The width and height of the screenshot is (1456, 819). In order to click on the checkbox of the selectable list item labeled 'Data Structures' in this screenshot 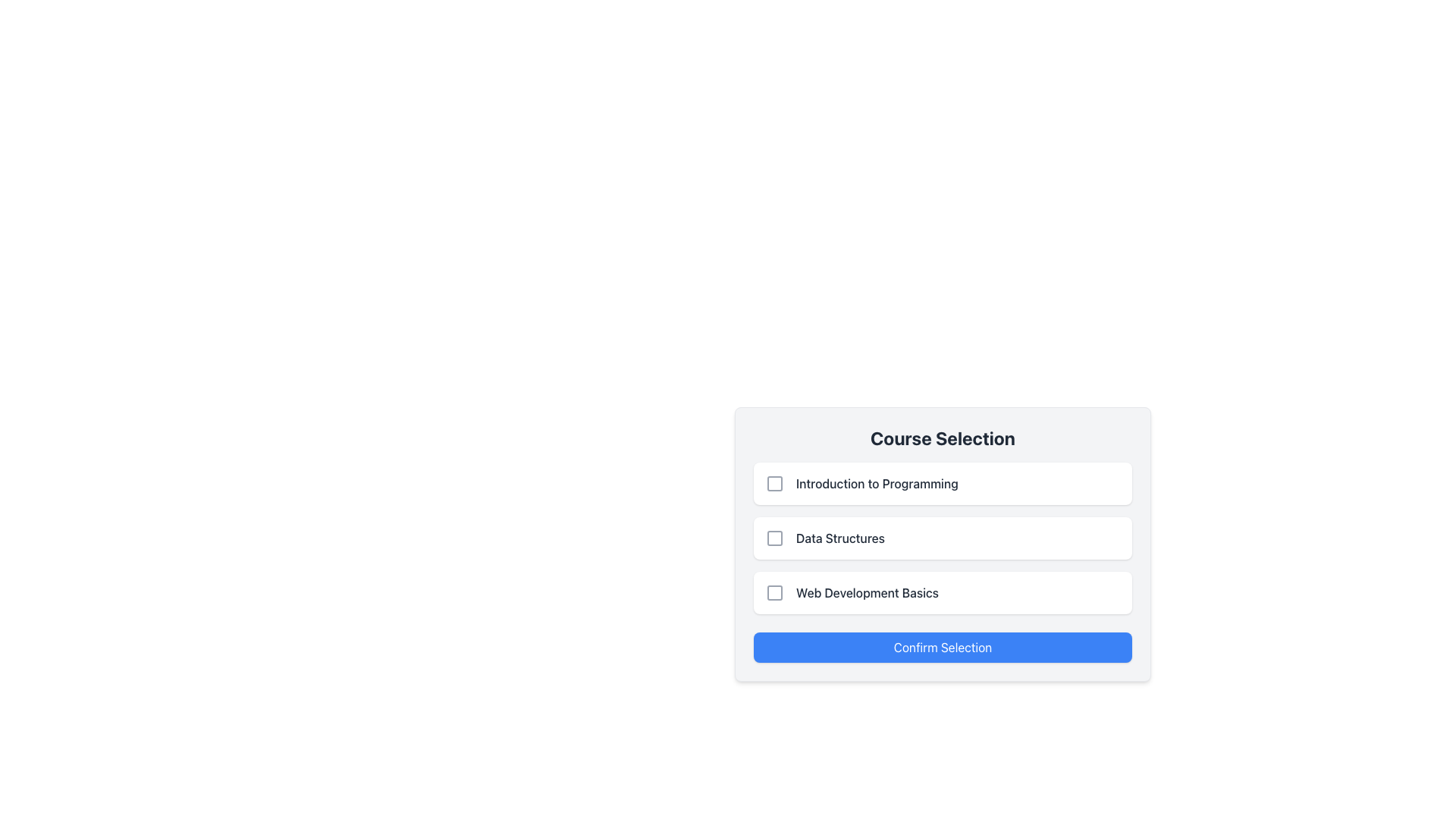, I will do `click(942, 543)`.